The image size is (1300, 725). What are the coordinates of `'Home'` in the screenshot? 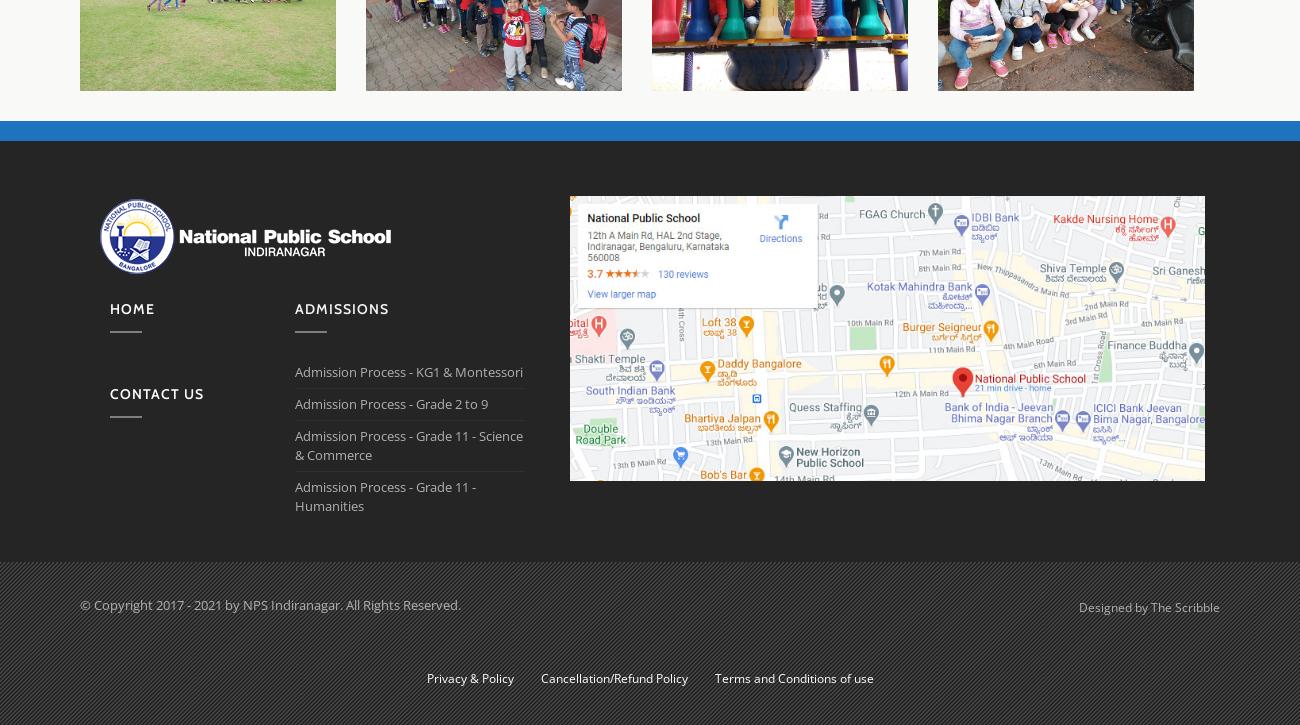 It's located at (131, 308).